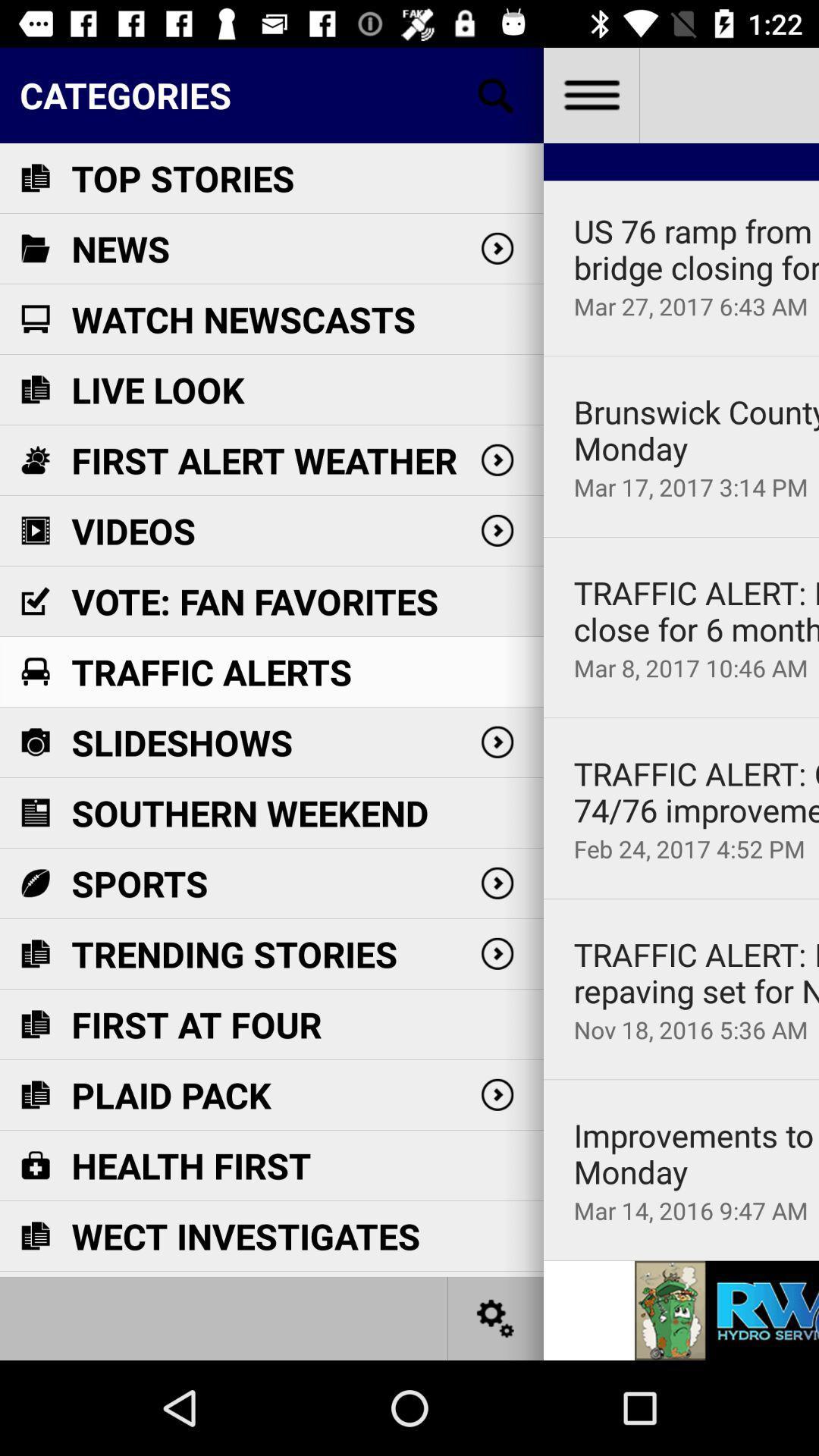 Image resolution: width=819 pixels, height=1456 pixels. Describe the element at coordinates (496, 94) in the screenshot. I see `the search icon` at that location.